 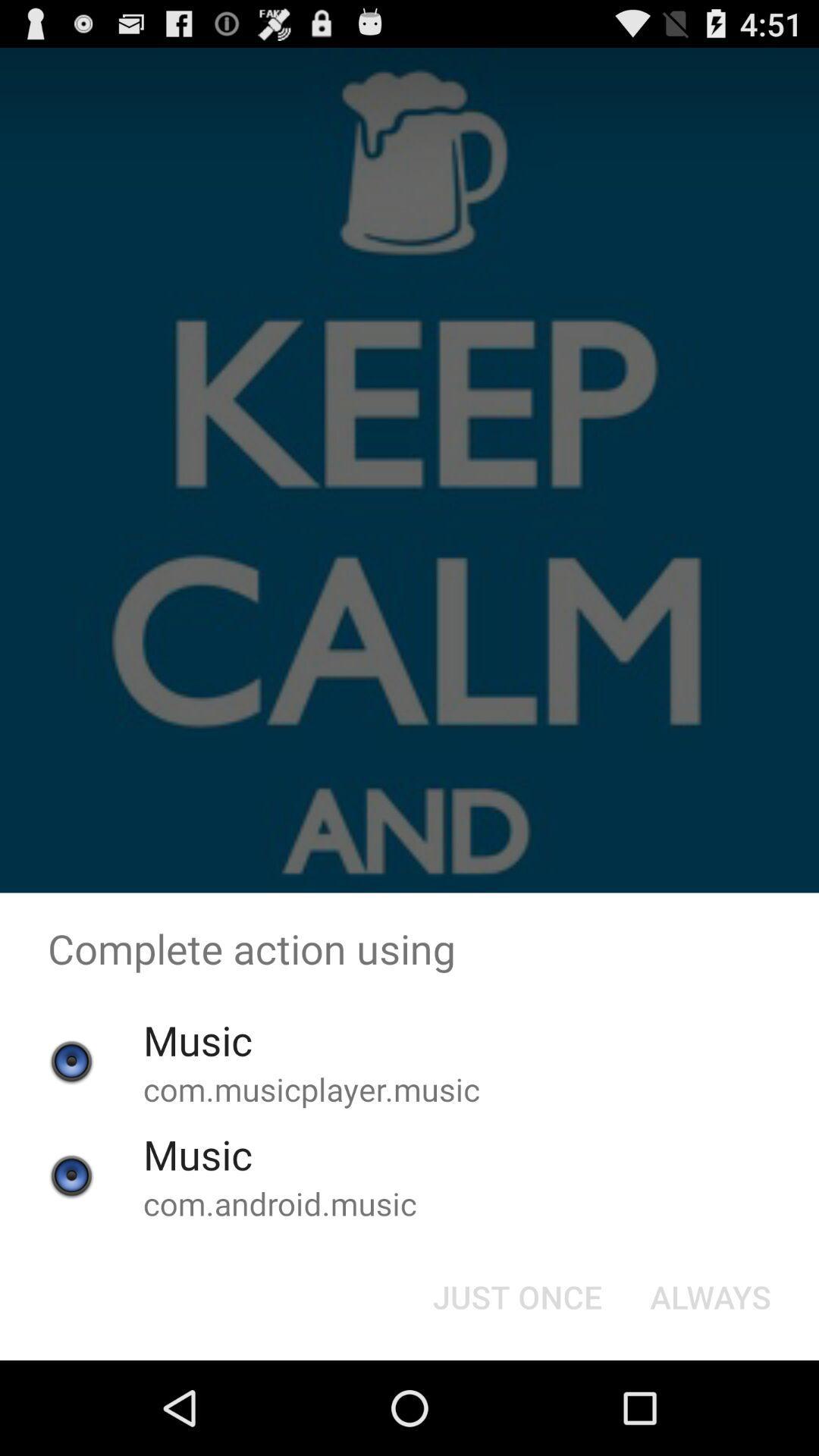 What do you see at coordinates (711, 1295) in the screenshot?
I see `app below complete action using` at bounding box center [711, 1295].